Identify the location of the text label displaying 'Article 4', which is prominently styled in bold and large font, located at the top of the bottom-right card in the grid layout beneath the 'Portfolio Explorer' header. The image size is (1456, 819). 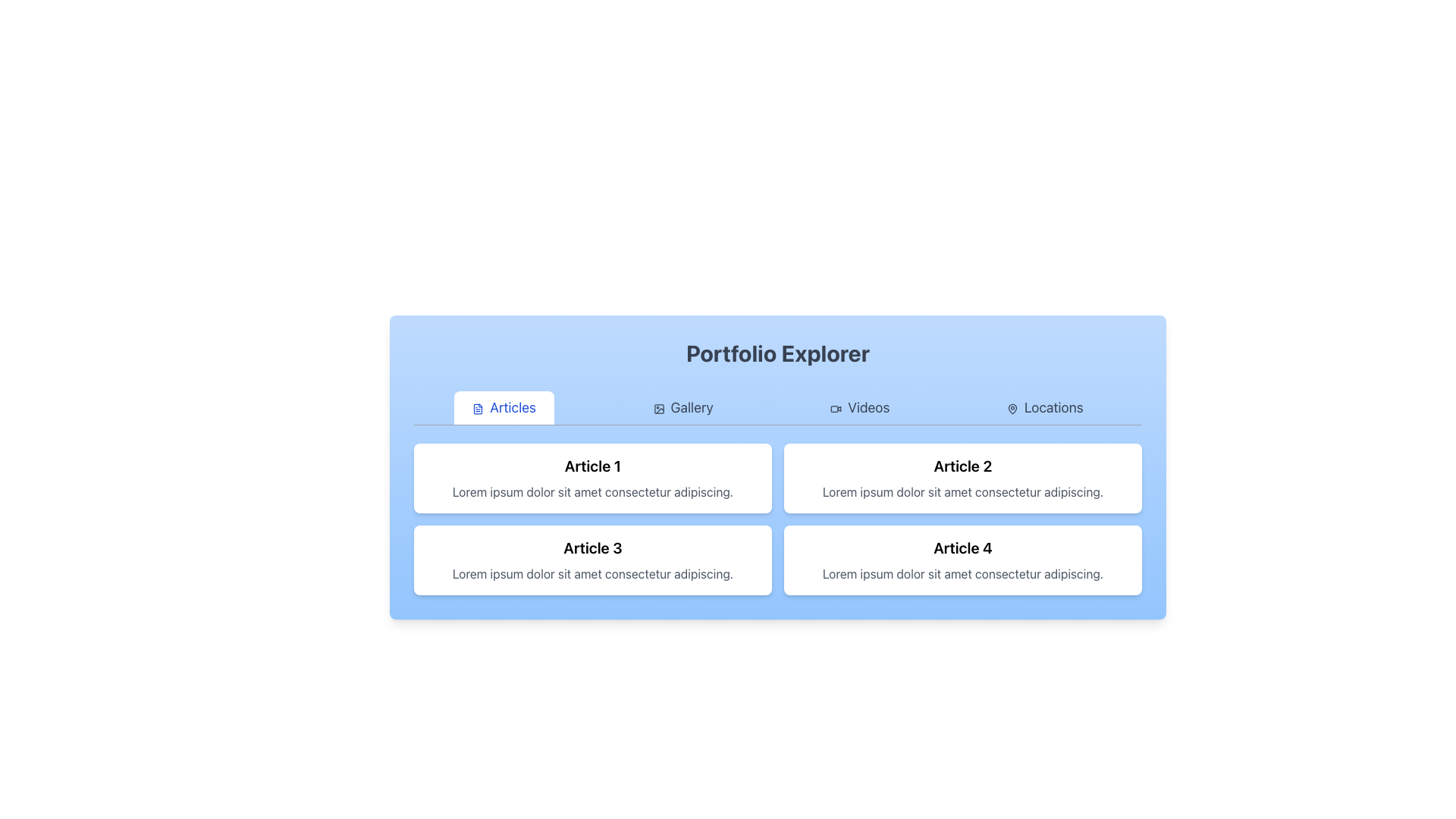
(962, 548).